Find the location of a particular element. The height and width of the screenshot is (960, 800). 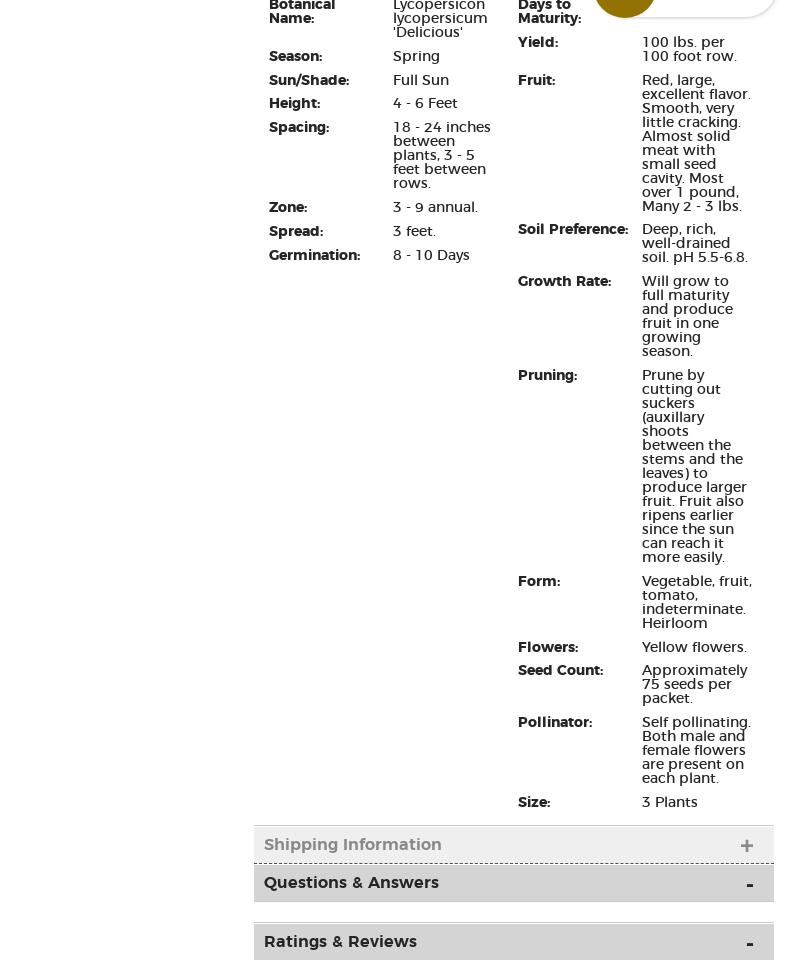

'Form:' is located at coordinates (538, 580).